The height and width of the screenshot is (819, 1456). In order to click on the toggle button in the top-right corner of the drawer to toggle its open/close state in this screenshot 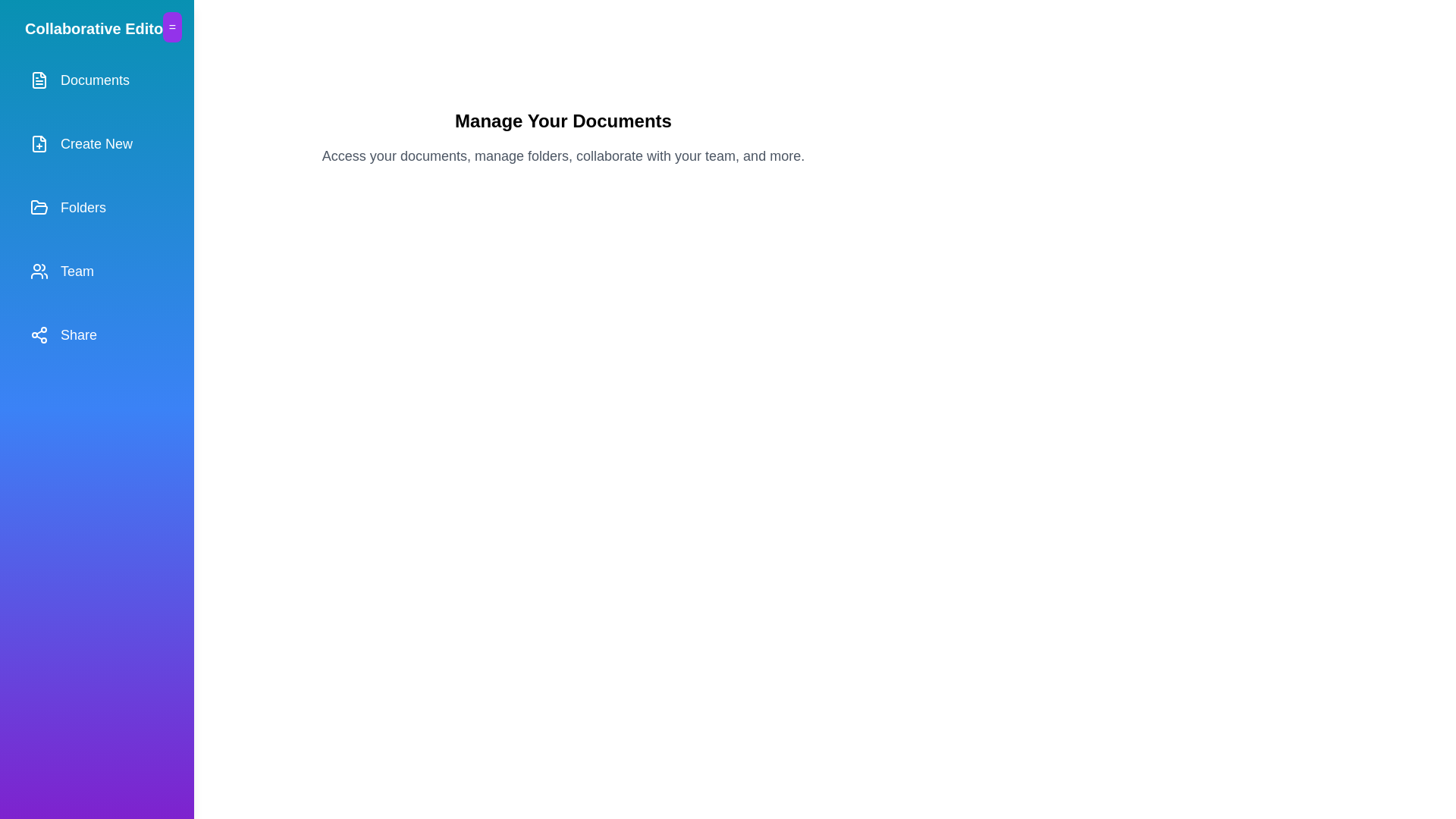, I will do `click(171, 27)`.